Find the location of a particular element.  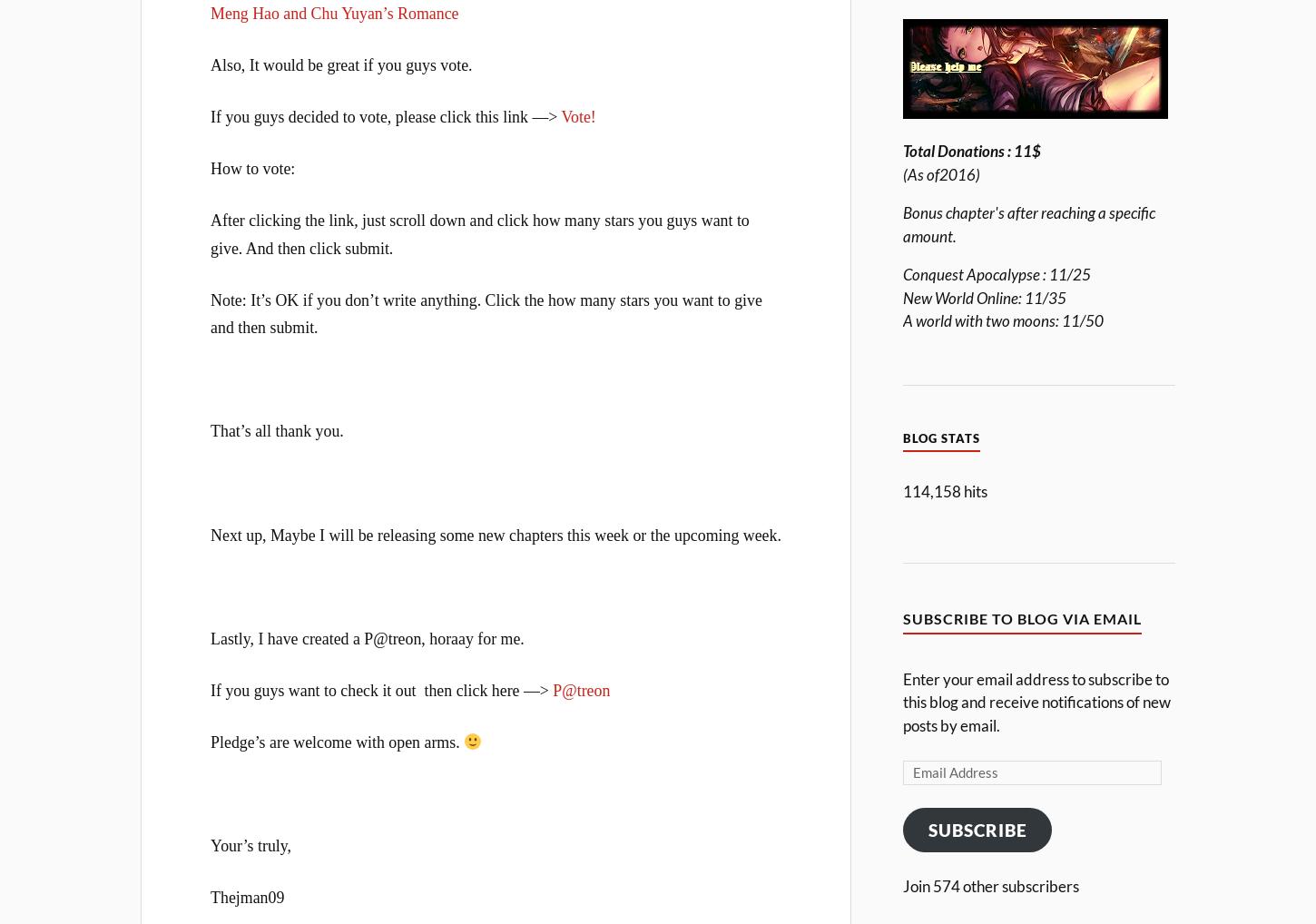

'Next up, Maybe I will be releasing some new chapters this week or the upcoming week.' is located at coordinates (210, 535).